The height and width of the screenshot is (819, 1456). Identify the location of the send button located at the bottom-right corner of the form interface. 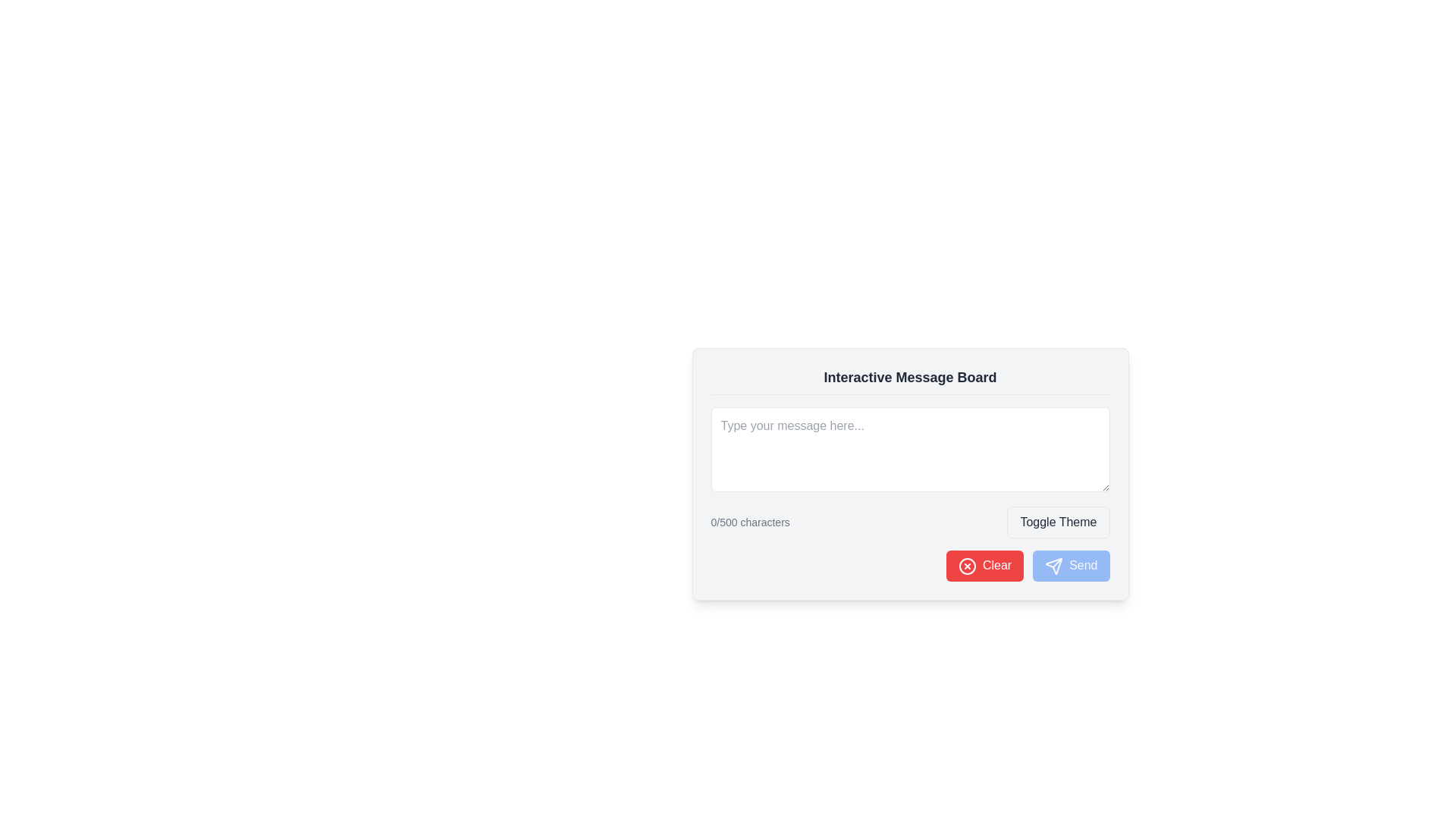
(1070, 566).